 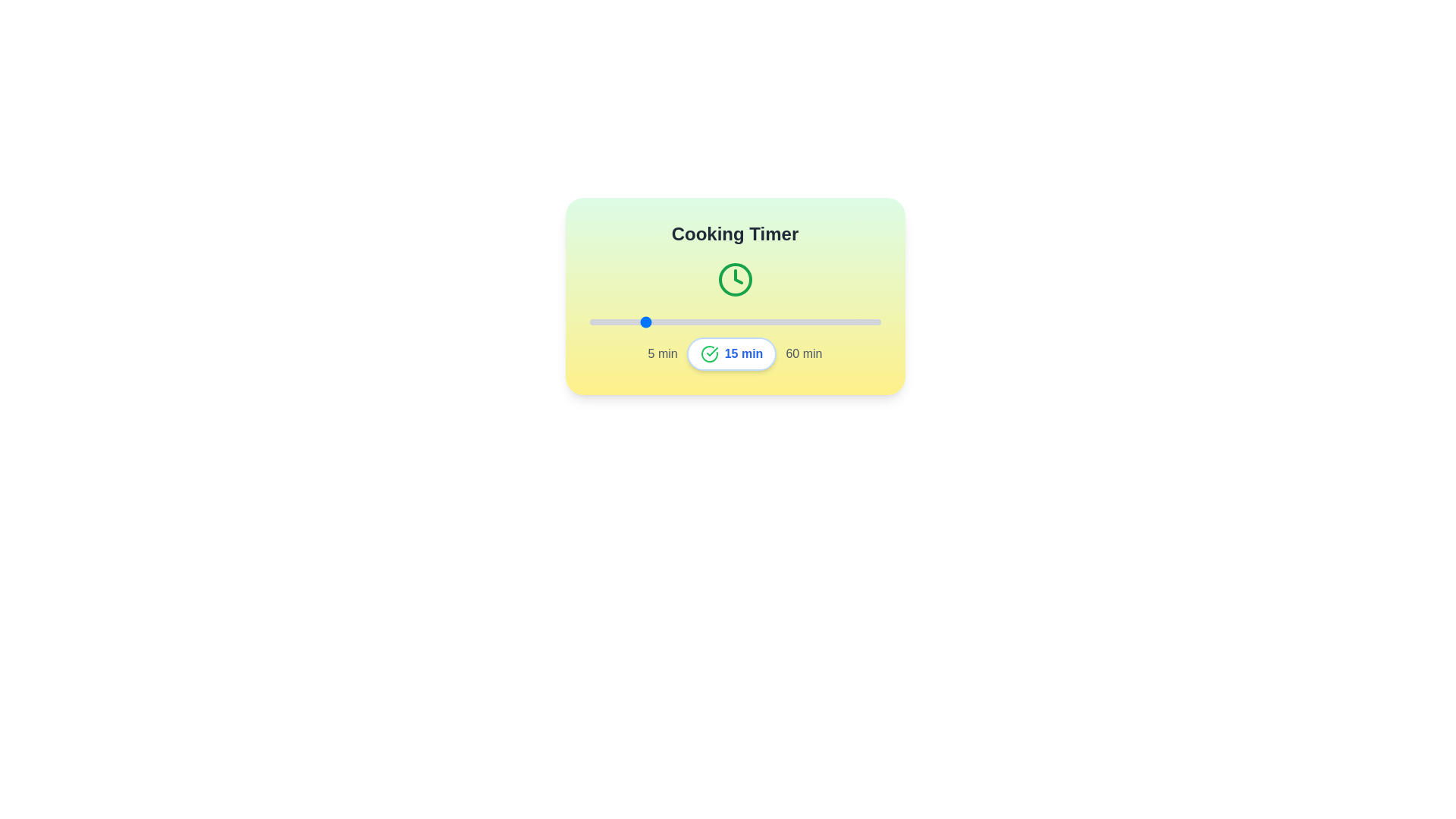 I want to click on information conveyed by the text label indicating the selected duration of '15 minutes' in the timer interface, which is positioned below the horizontal slider with '5 min' and '60 min' markers, so click(x=744, y=353).